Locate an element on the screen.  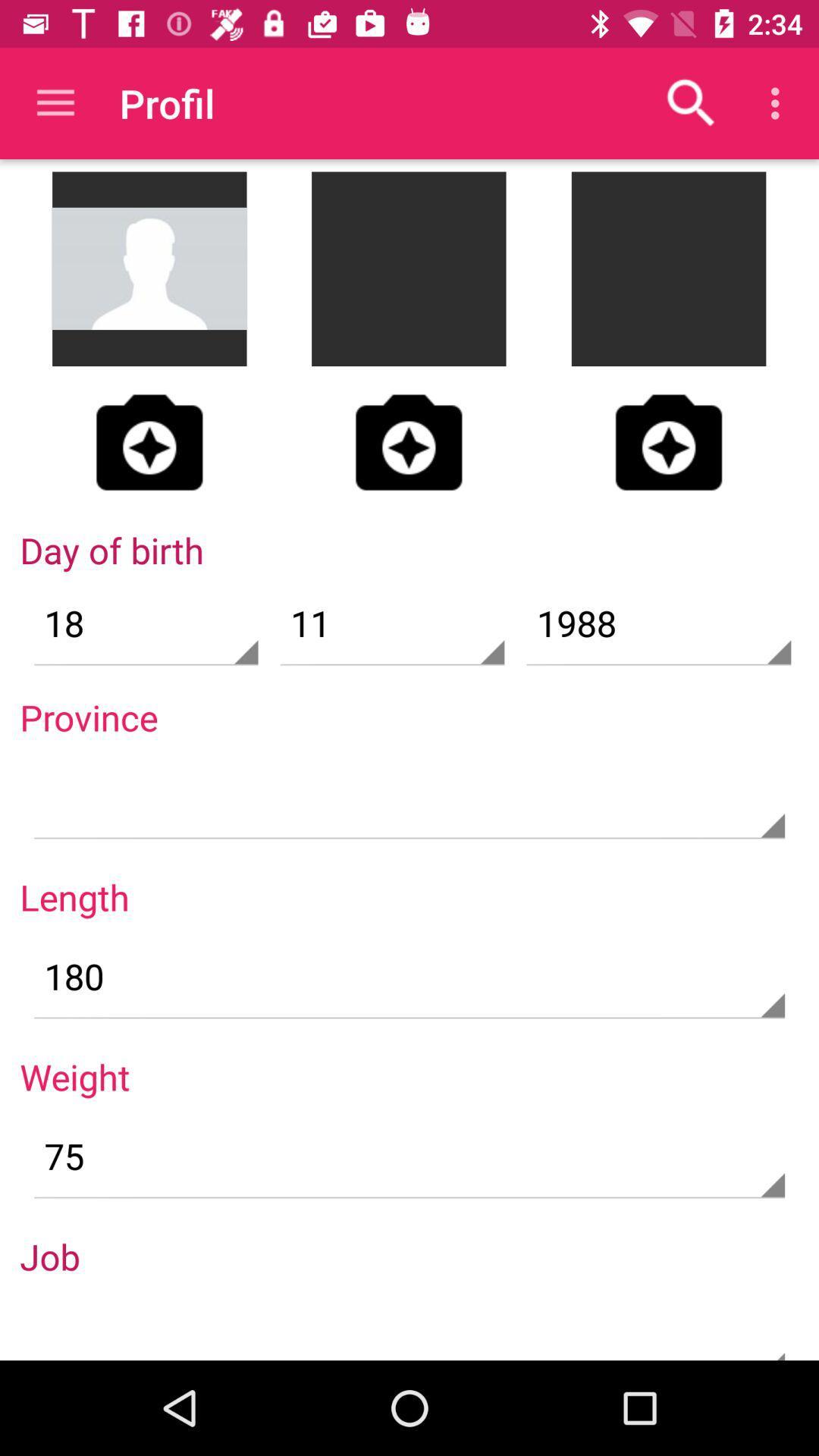
profile is located at coordinates (668, 441).